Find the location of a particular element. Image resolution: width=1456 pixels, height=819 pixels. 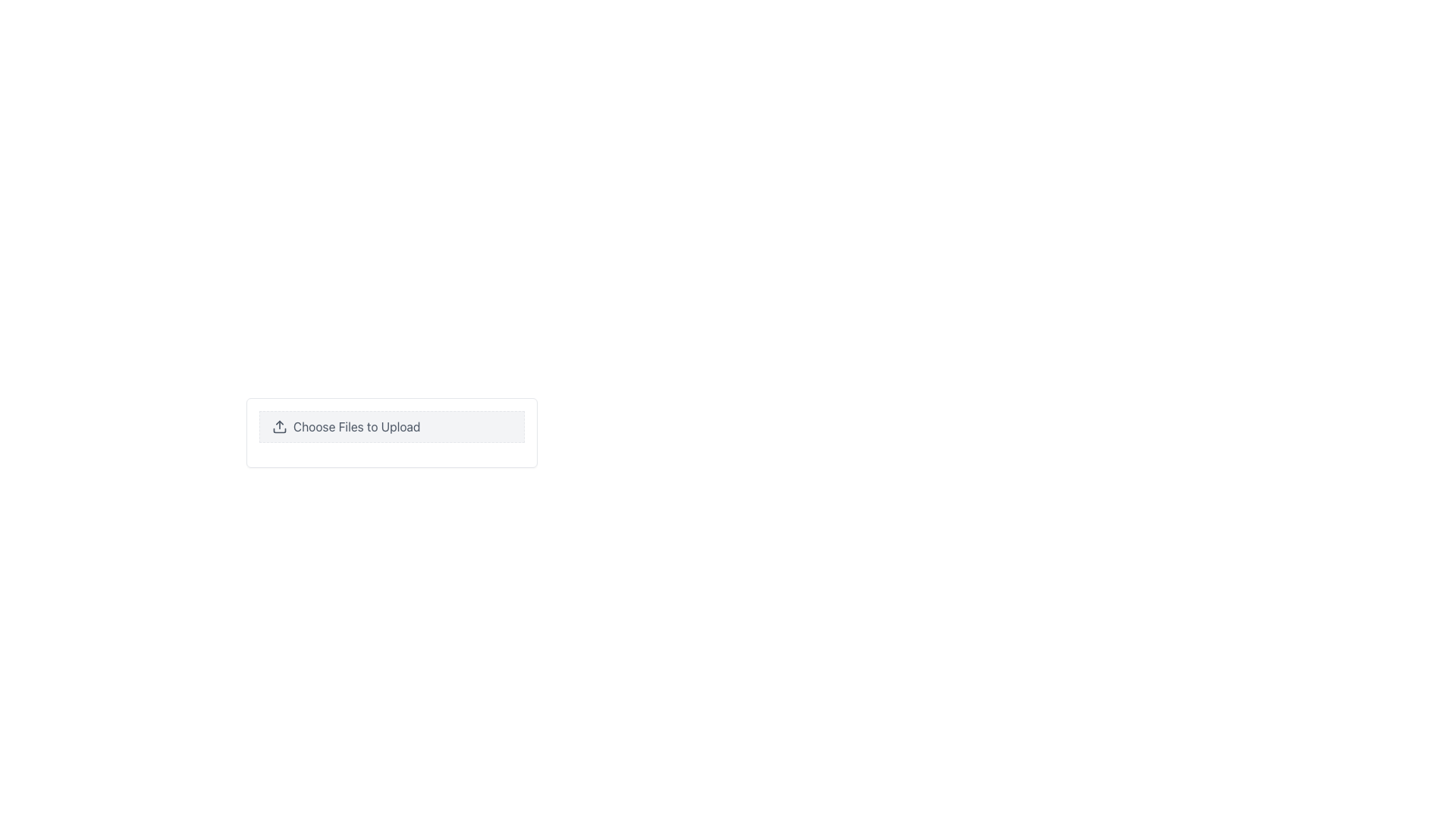

the button labeled 'Choose Files to Upload' with a dashed light-gray border to observe its hover effect is located at coordinates (392, 427).